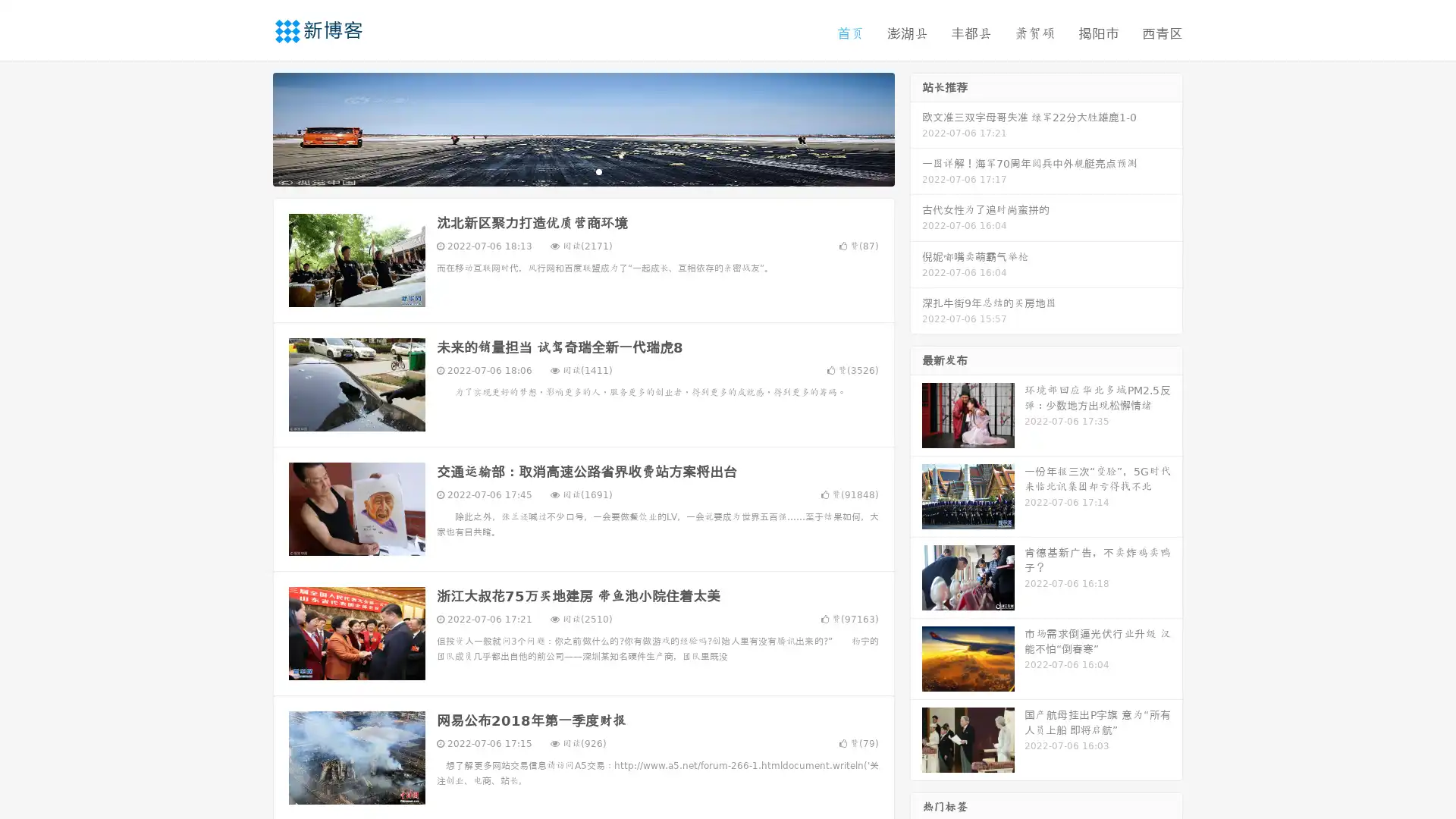 The height and width of the screenshot is (819, 1456). What do you see at coordinates (567, 171) in the screenshot?
I see `Go to slide 1` at bounding box center [567, 171].